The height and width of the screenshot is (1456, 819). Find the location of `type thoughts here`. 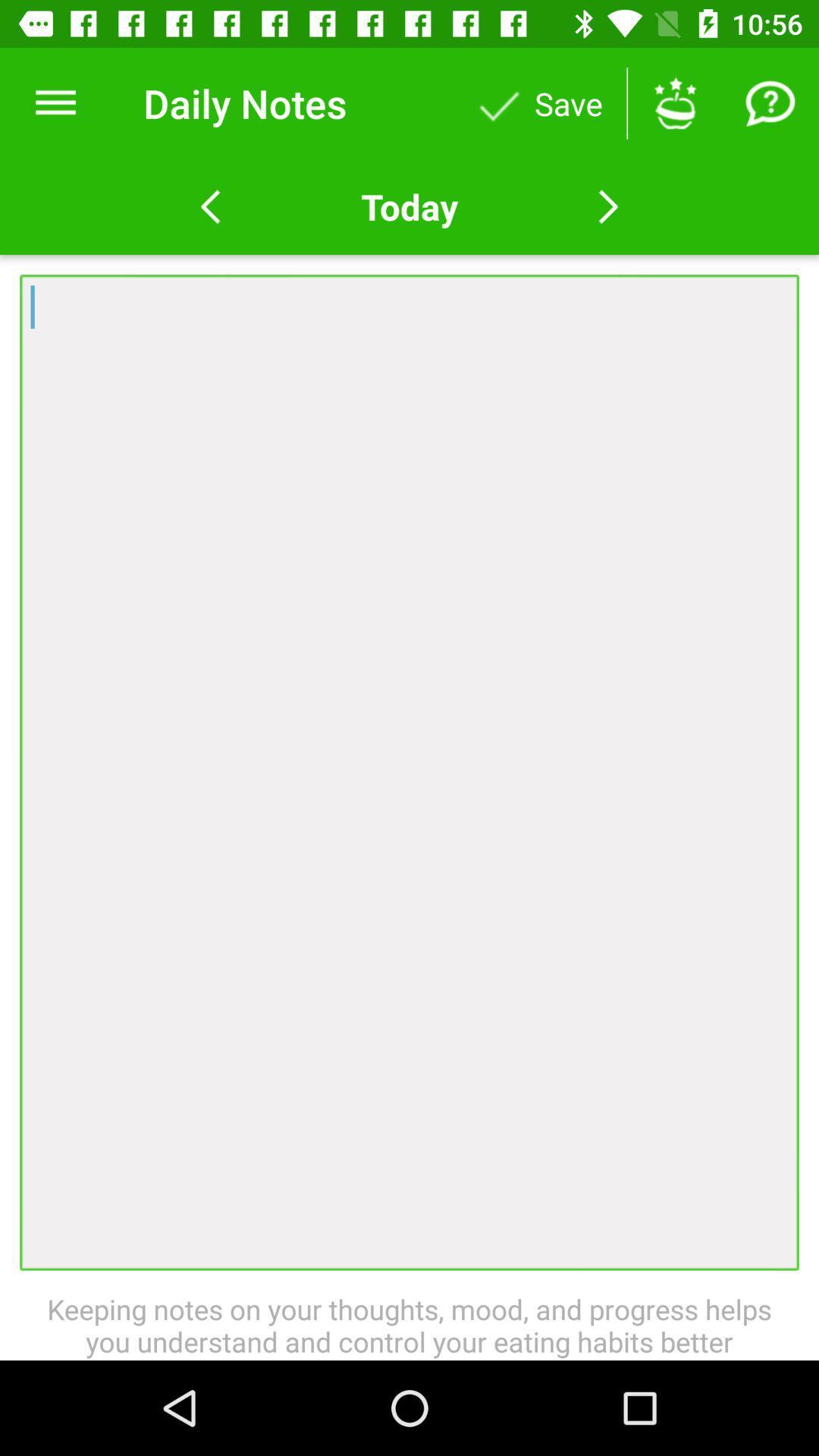

type thoughts here is located at coordinates (409, 772).